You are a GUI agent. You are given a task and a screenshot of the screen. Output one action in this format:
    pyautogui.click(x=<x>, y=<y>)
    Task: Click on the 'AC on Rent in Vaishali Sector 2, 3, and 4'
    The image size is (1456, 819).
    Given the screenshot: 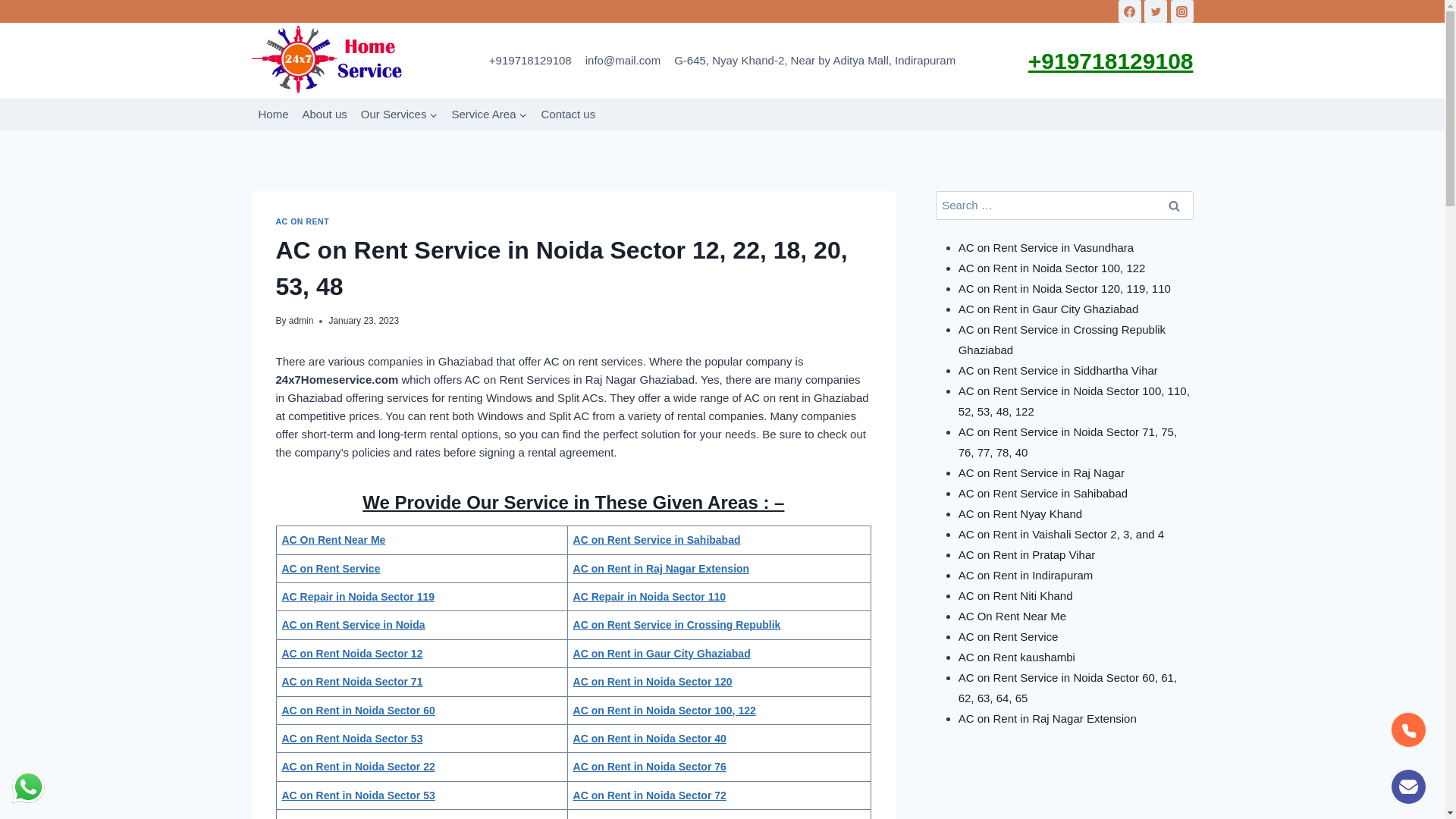 What is the action you would take?
    pyautogui.click(x=1061, y=533)
    